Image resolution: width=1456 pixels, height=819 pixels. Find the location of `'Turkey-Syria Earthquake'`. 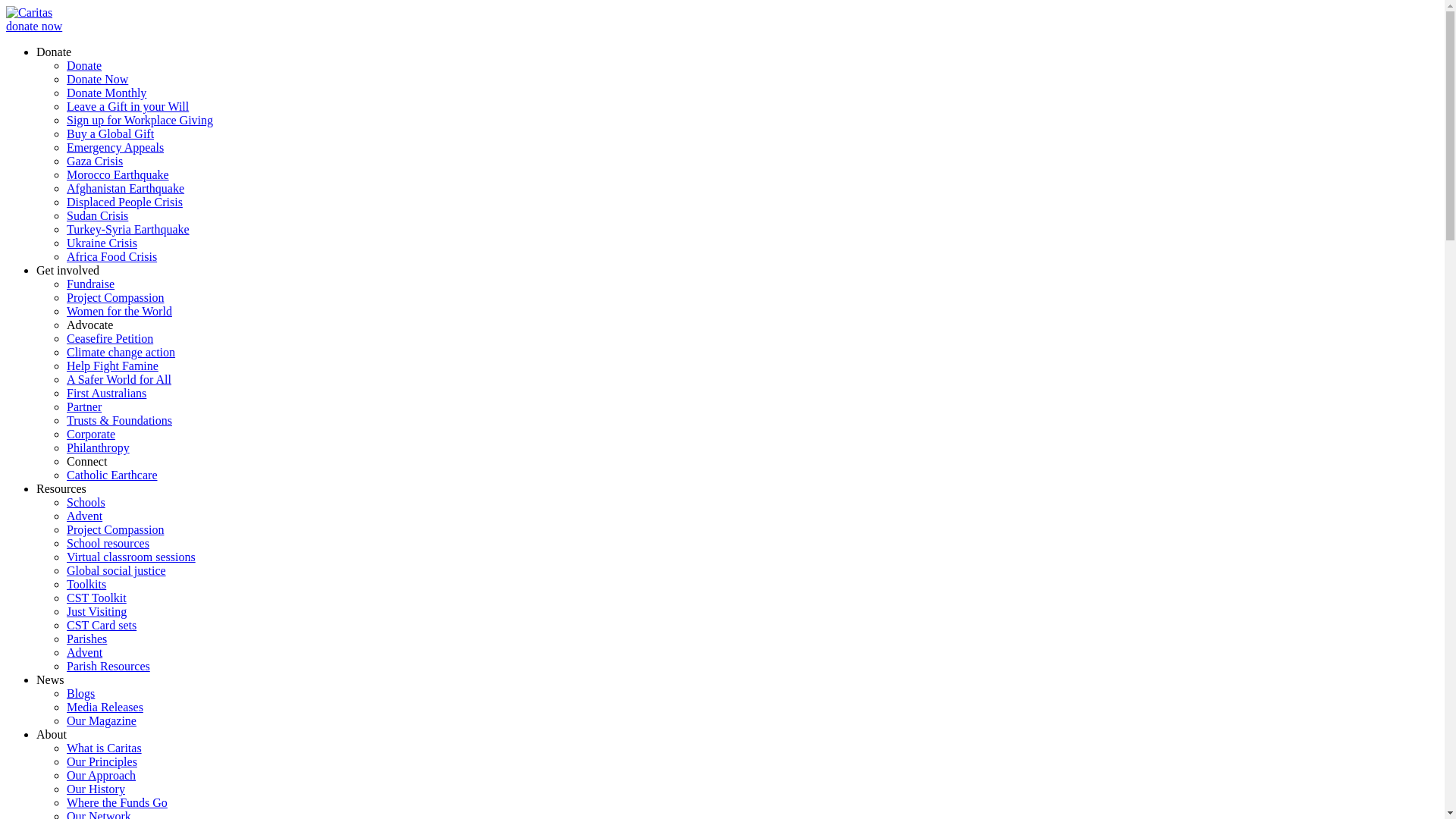

'Turkey-Syria Earthquake' is located at coordinates (127, 229).